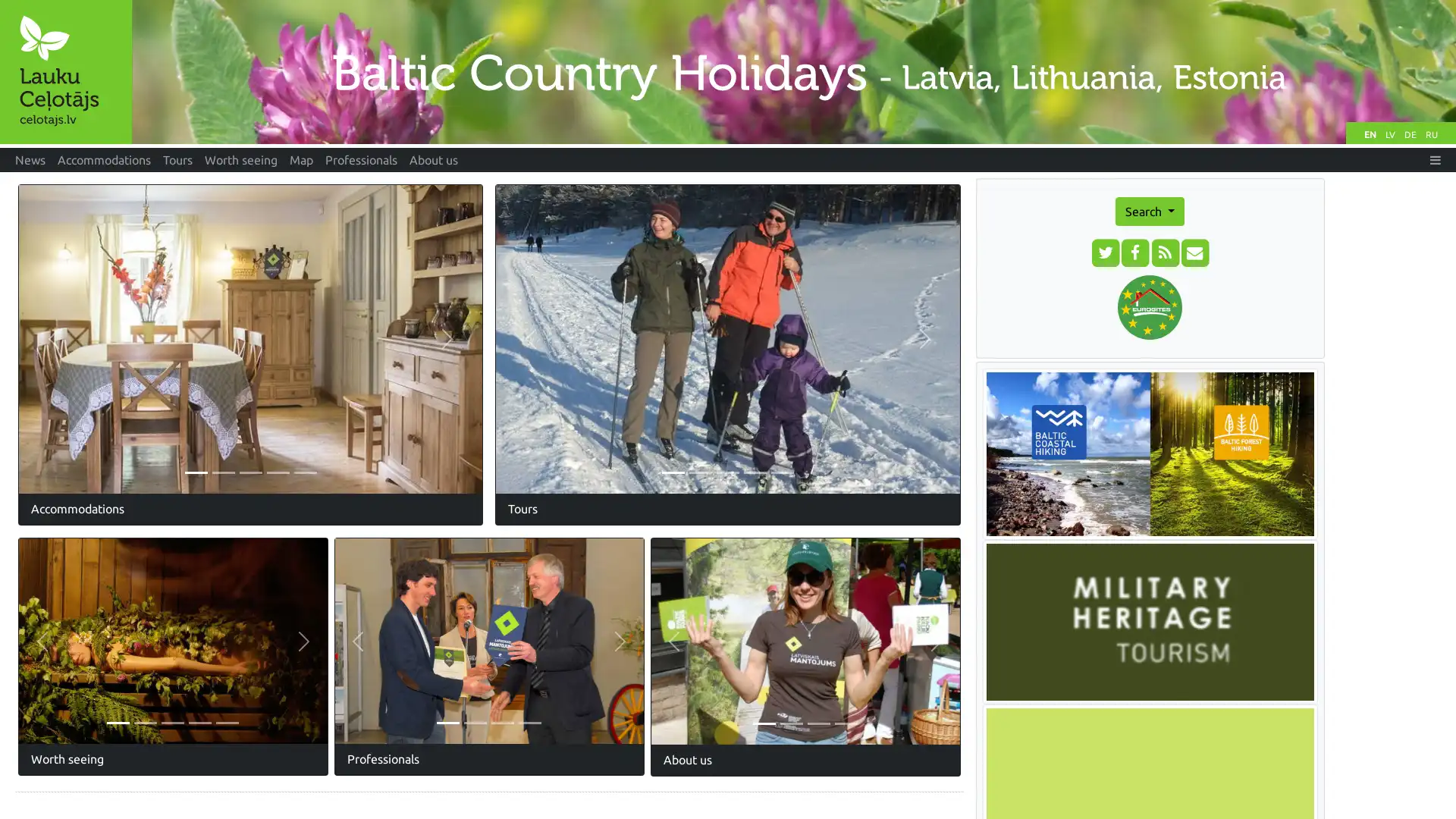 This screenshot has width=1456, height=819. I want to click on Previous, so click(42, 641).